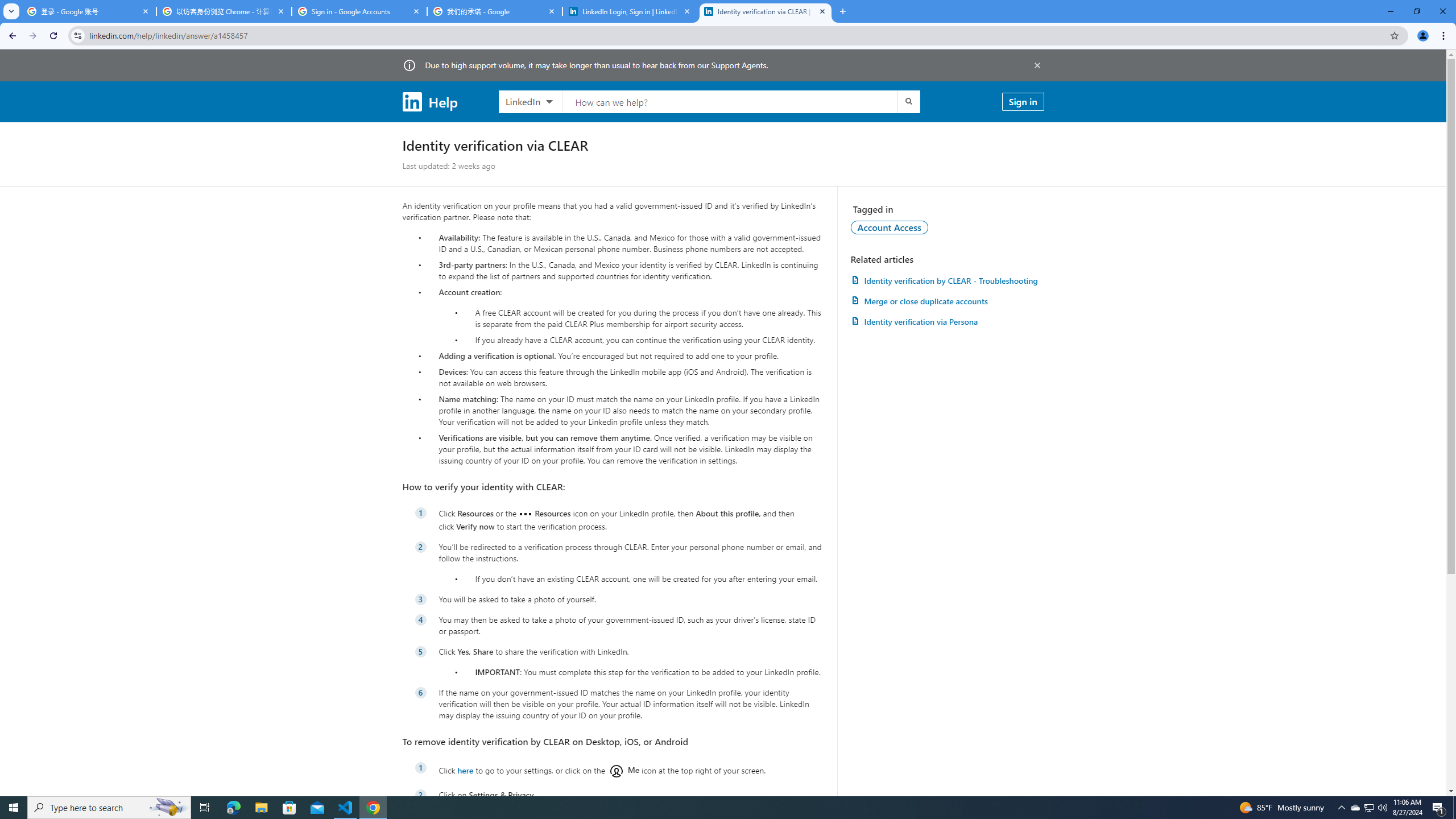  Describe the element at coordinates (359, 11) in the screenshot. I see `'Sign in - Google Accounts'` at that location.